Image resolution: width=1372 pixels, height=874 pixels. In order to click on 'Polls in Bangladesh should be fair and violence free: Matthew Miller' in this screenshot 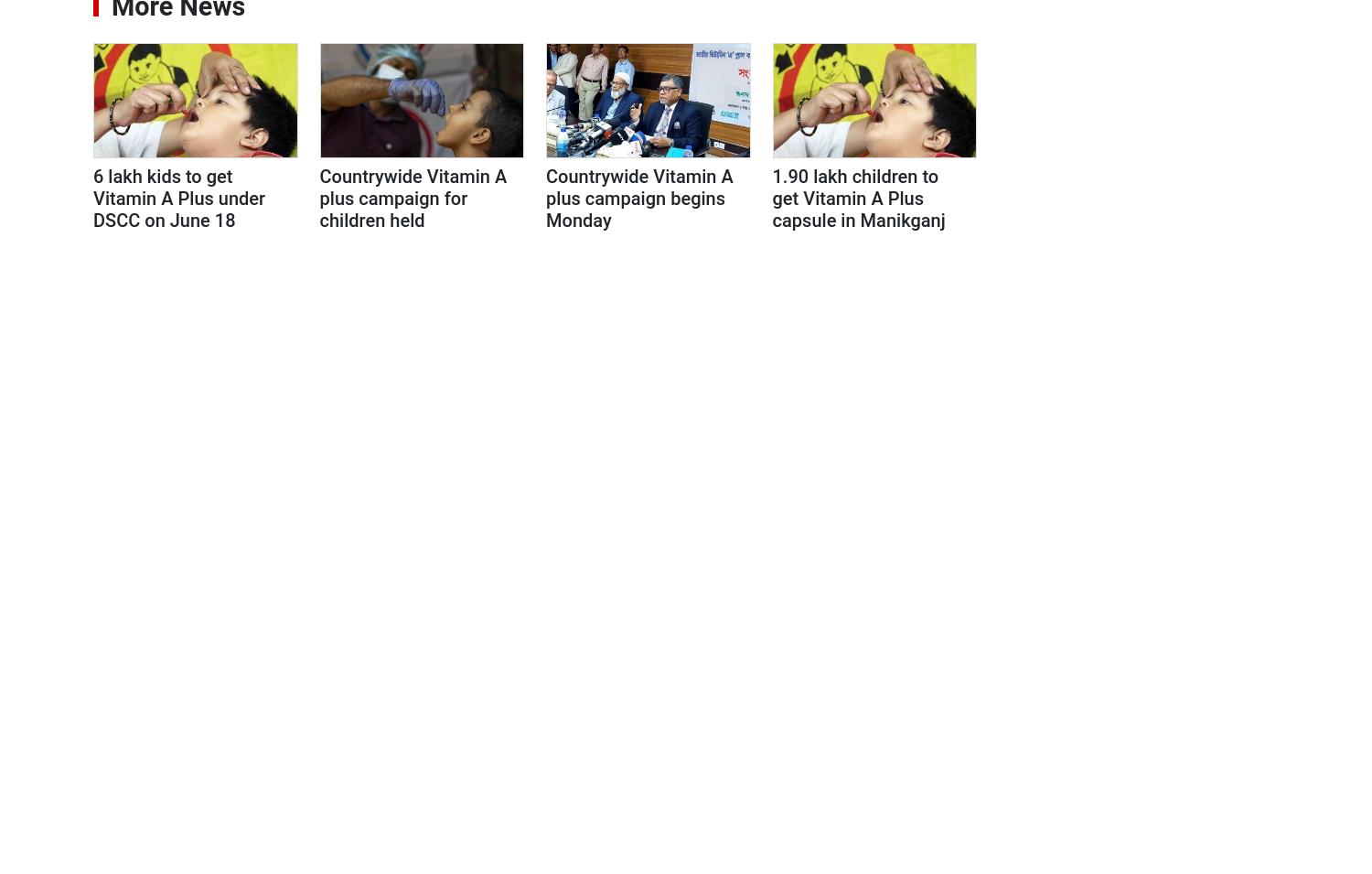, I will do `click(1153, 652)`.